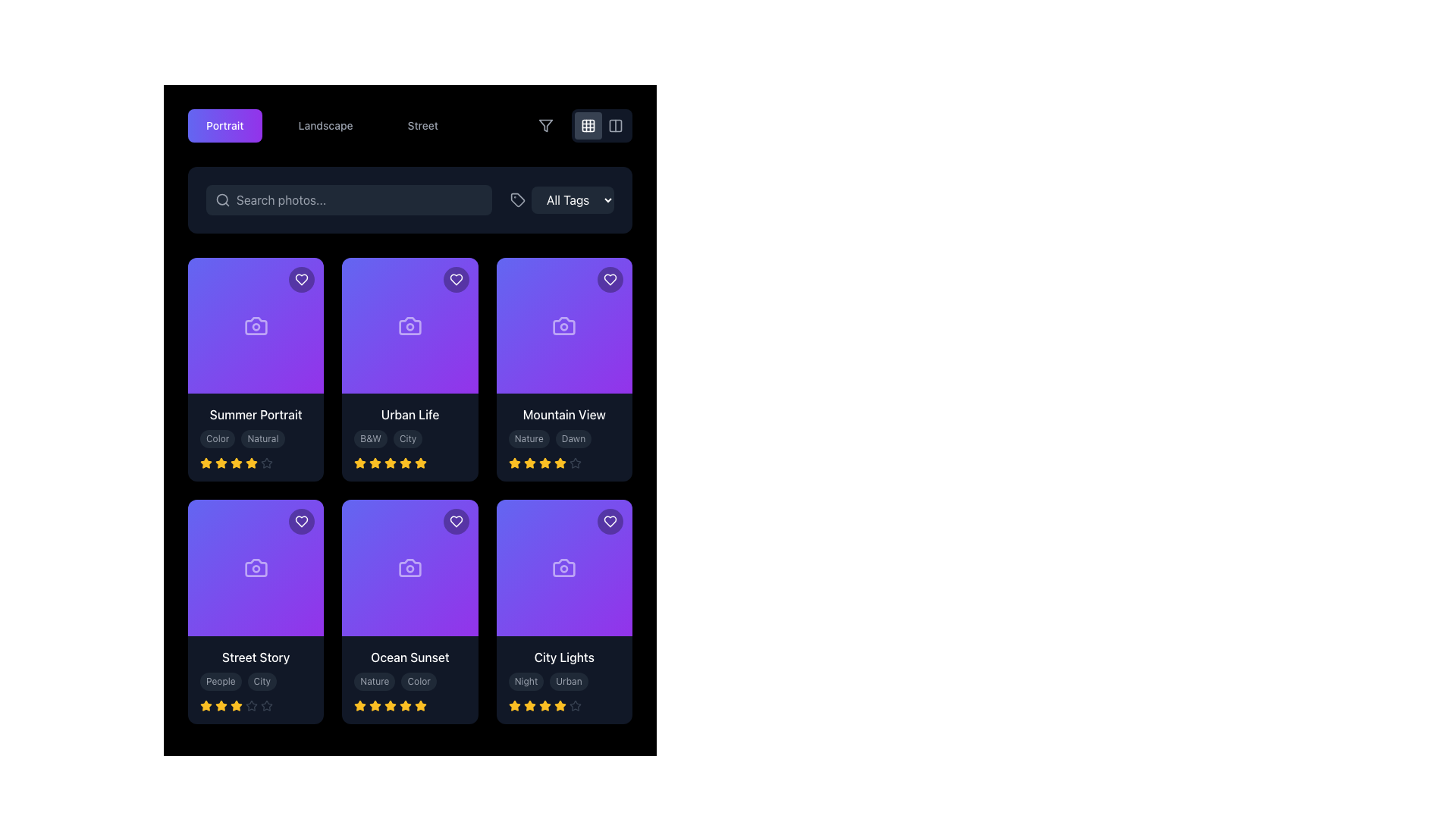 This screenshot has height=819, width=1456. I want to click on text labels or tags located in the 'Summer Portrait' card, specifically the second row of text below the card title and above the star rating row, so click(256, 439).